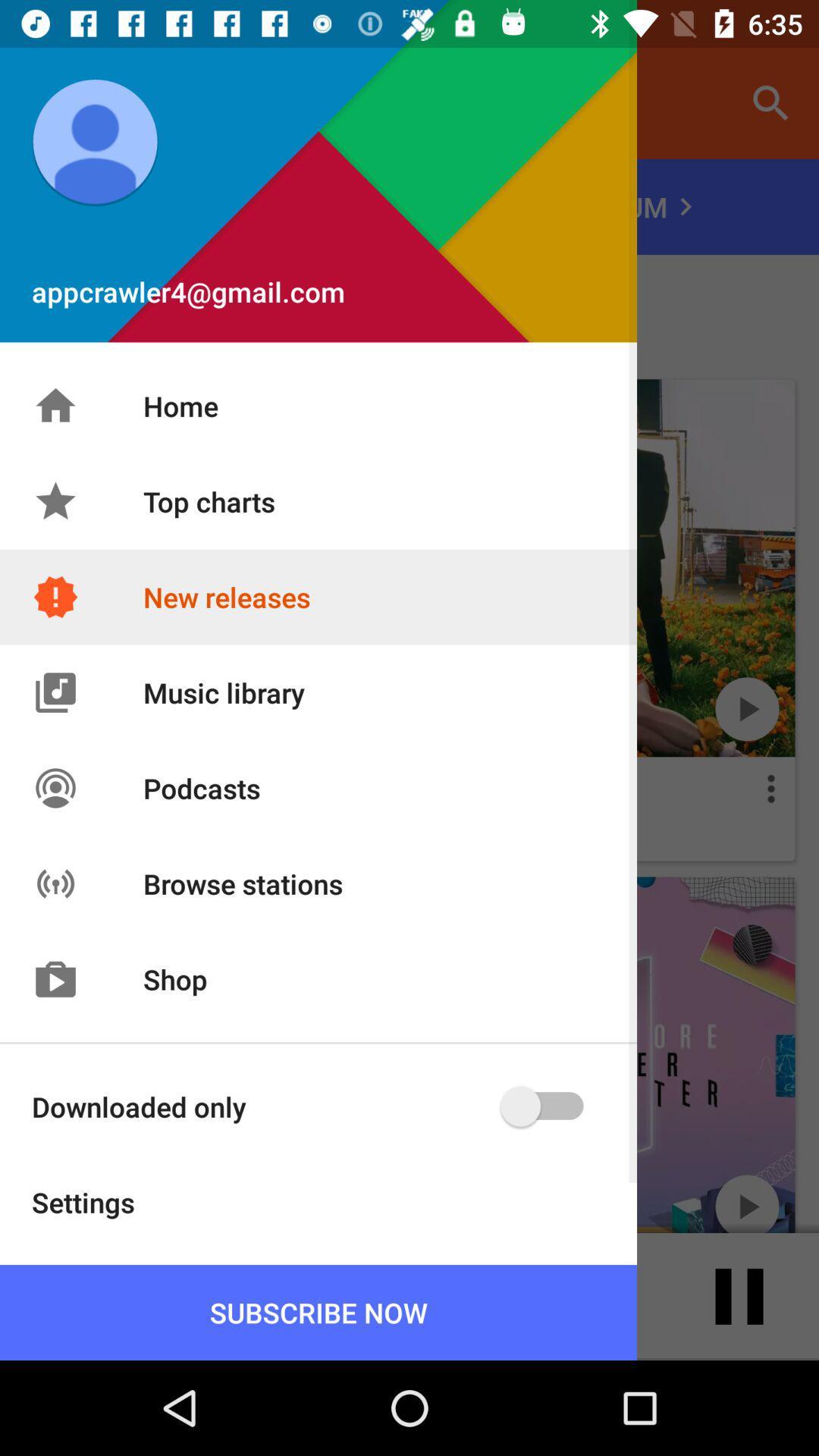 This screenshot has height=1456, width=819. What do you see at coordinates (739, 1295) in the screenshot?
I see `the pause icon` at bounding box center [739, 1295].